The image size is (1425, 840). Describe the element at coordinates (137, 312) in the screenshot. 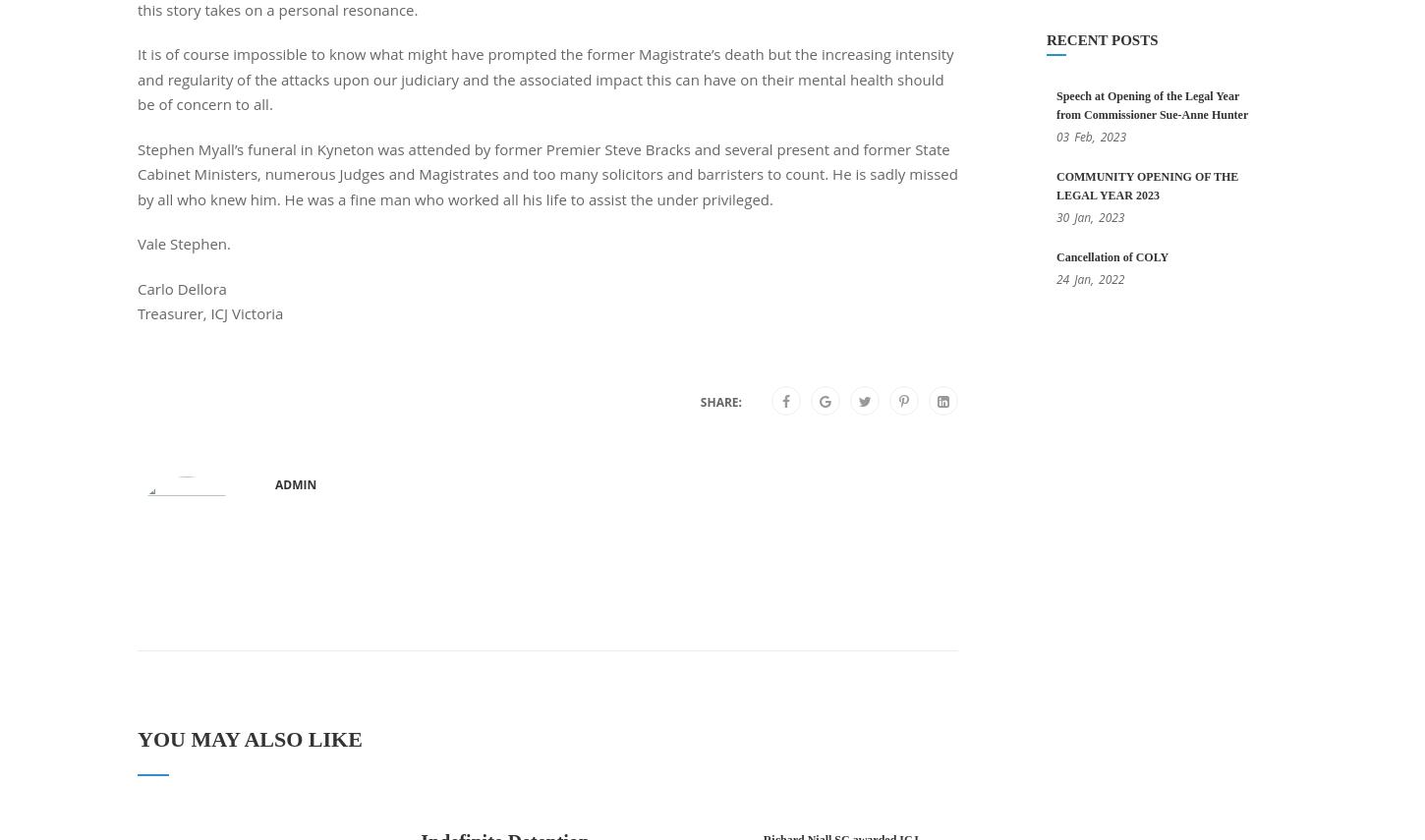

I see `'Treasurer, ICJ Victoria'` at that location.